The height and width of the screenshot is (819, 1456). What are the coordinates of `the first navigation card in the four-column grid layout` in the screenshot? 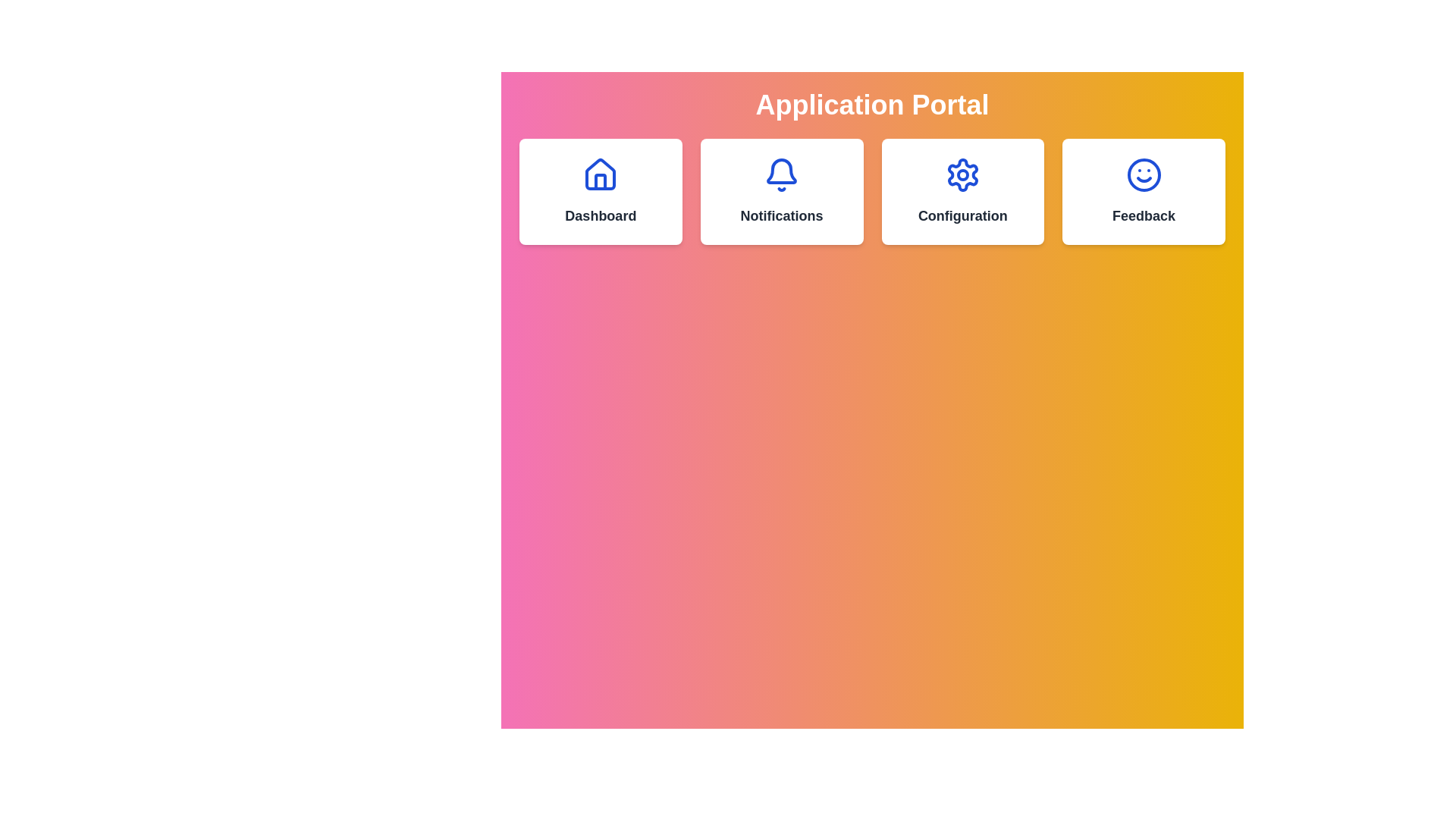 It's located at (600, 191).